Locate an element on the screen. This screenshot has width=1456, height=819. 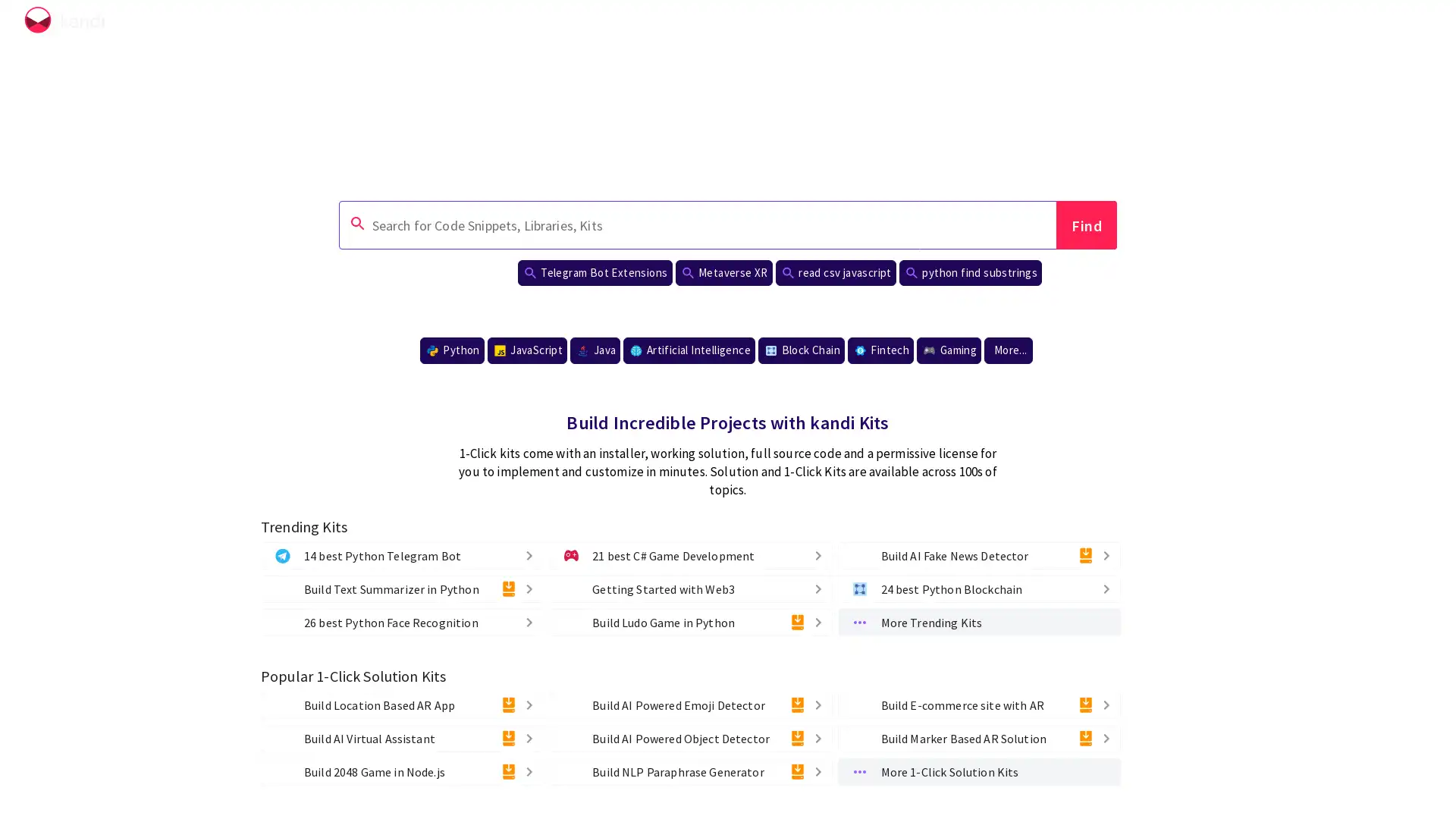
Find is located at coordinates (1086, 225).